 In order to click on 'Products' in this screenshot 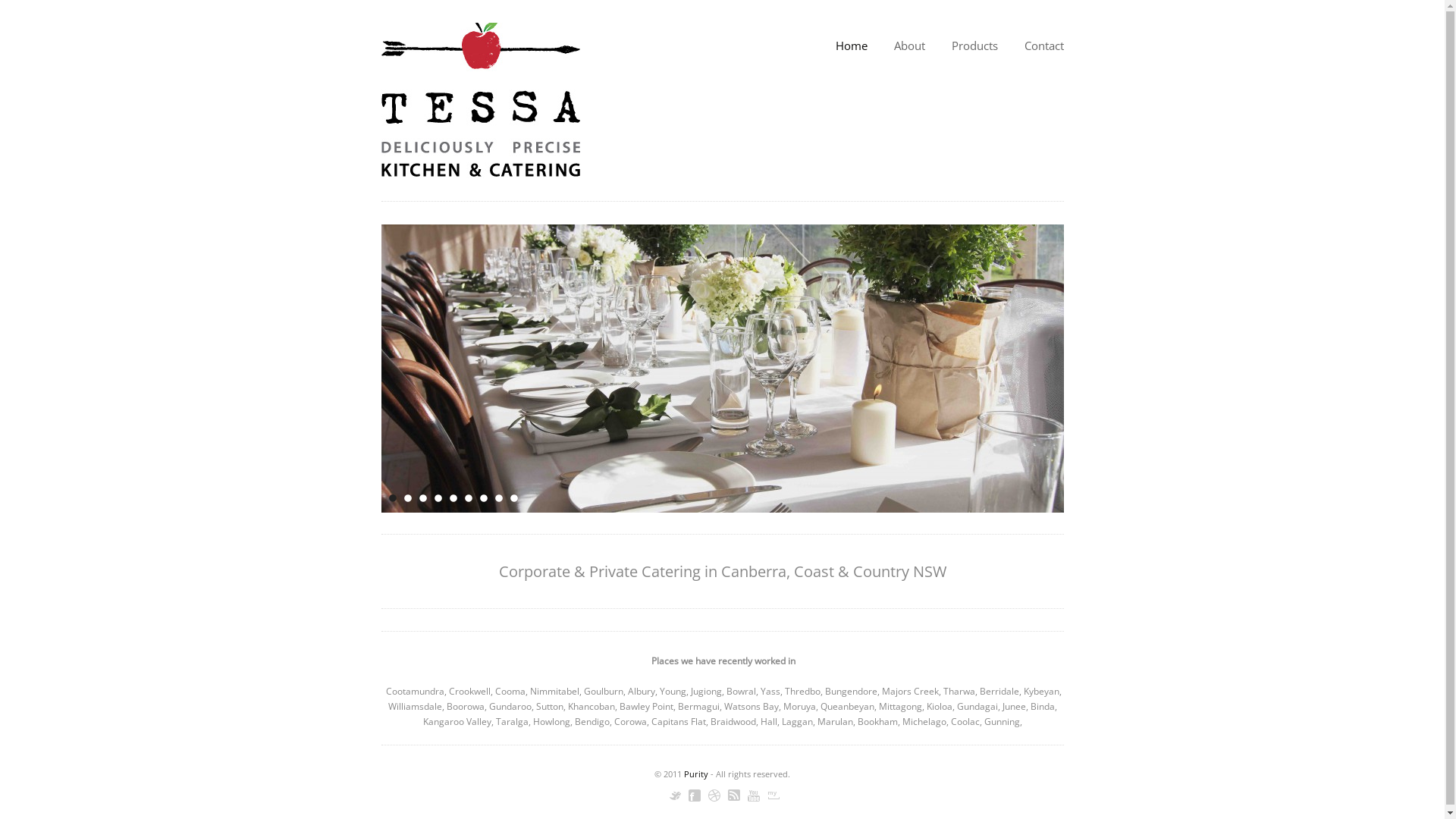, I will do `click(974, 45)`.